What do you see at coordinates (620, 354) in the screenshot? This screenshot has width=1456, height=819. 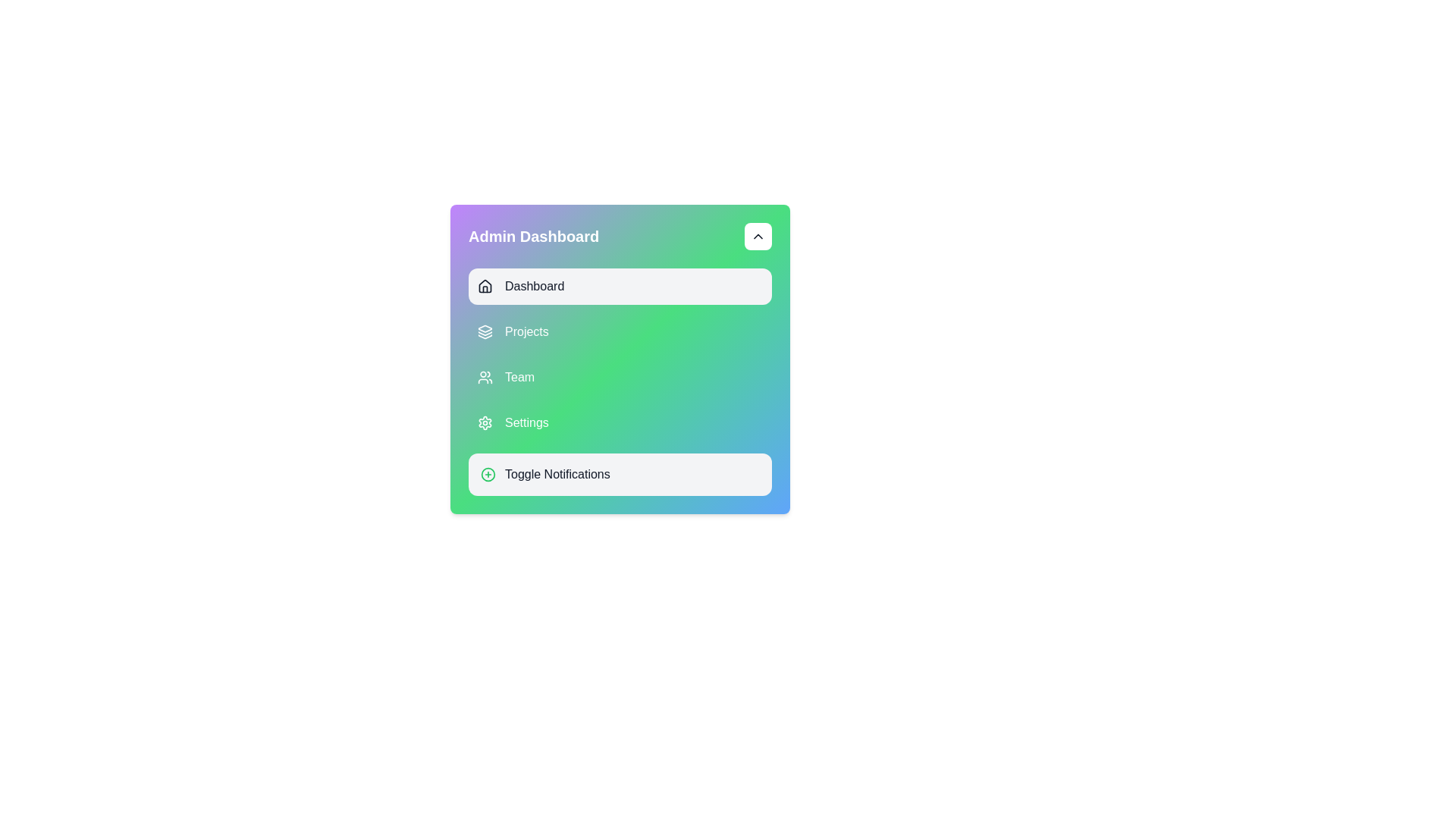 I see `the vertical menu containing the items 'Dashboard', 'Projects', 'Team', and 'Settings'` at bounding box center [620, 354].